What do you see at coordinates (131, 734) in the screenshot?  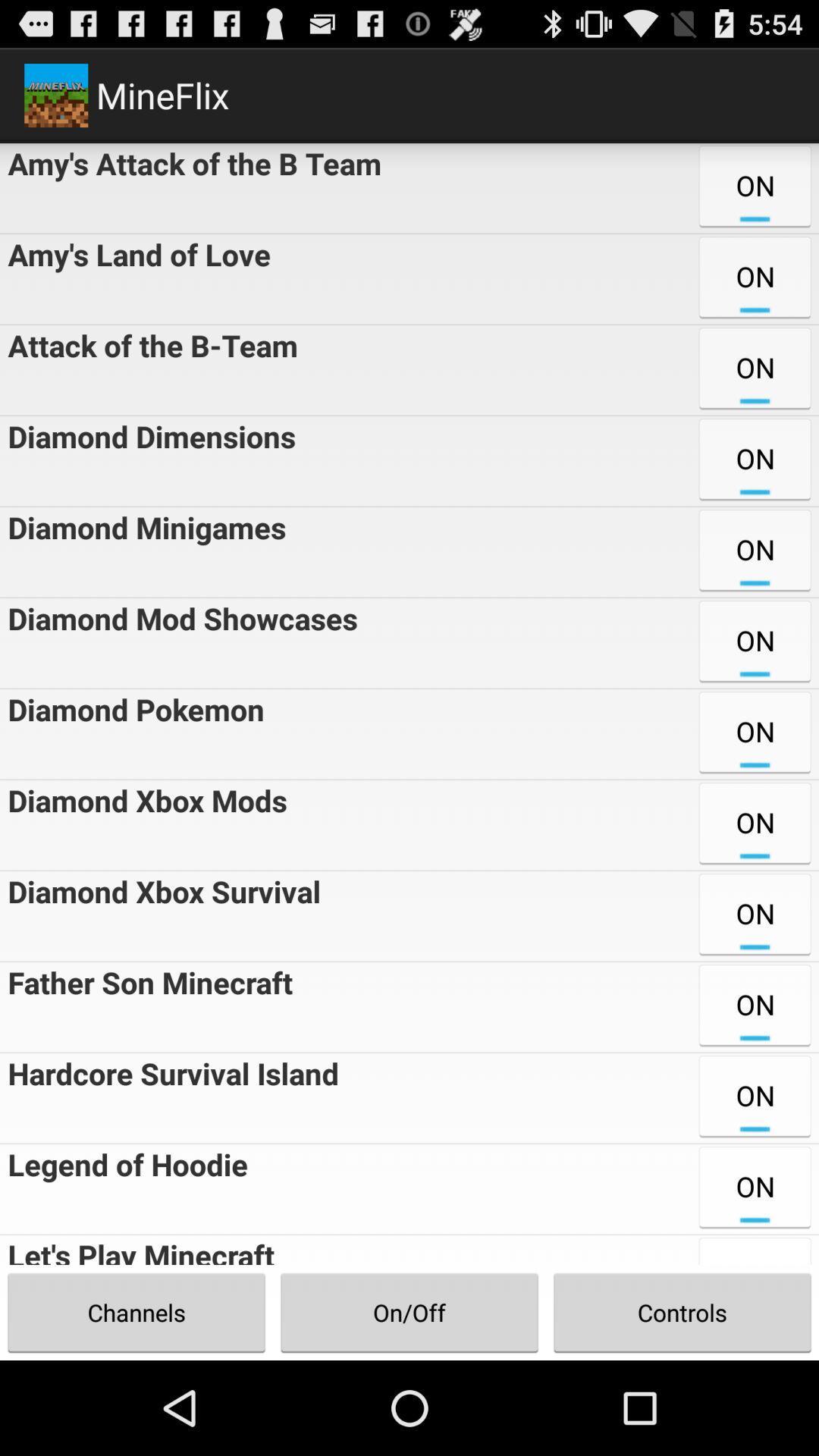 I see `item above diamond xbox mods icon` at bounding box center [131, 734].